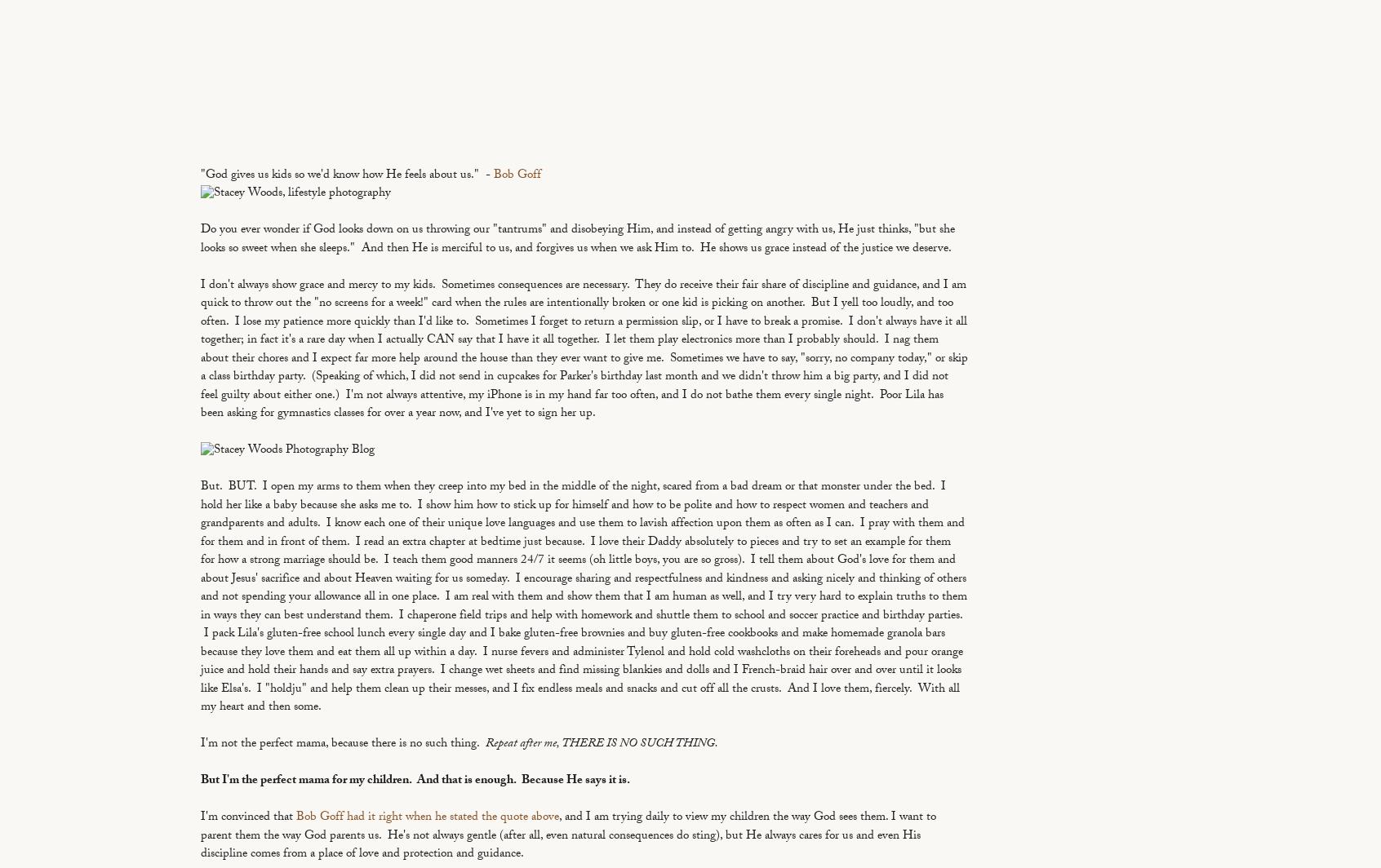 Image resolution: width=1381 pixels, height=868 pixels. Describe the element at coordinates (583, 597) in the screenshot. I see `'But.  BUT.  I open my arms to them when they creep into my bed in the middle of the night, scared from a bad dream or that monster under the bed.  I hold her like a baby because she asks me to.  I show him how to stick up for himself and how to be polite and how to respect women and teachers and grandparents and adults.  I know each one of their unique love languages and use them to lavish affection upon them as often as I can.  I pray with them and for them and in front of them.  I read an extra chapter at bedtime just because.  I love their Daddy absolutely to pieces and try to set an example for them for how a strong marriage should be.  I teach them good manners 24/7 it seems (oh little boys, you are so gross).  I tell them about God's love for them and about Jesus' sacrifice and about Heaven waiting for us someday.  I encourage sharing and respectfulness and kindness and asking nicely and thinking of others and not spending your allowance all in one place.  I am real with them and show them that I am human as well, and I try very hard to explain truths to them in ways they can best understand them.  I chaperone field trips and help with homework and shuttle them to school and soccer practice and birthday parties.  I pack Lila's gluten-free school lunch every single day and I bake gluten-free brownies and buy gluten-free cookbooks and make homemade granola bars because they love them and eat them all up within a day.  I nurse fevers and administer Tylenol and hold cold washcloths on their foreheads and pour orange juice and hold their hands and say extra prayers.  I change wet sheets and find missing blankies and dolls and I French-braid hair over and over until it looks like Elsa's.  I "holdju" and help them clean up their messes, and I fix endless meals and snacks and cut off all the crusts.  And I love them, fiercely.  With all my heart and then some.'` at that location.